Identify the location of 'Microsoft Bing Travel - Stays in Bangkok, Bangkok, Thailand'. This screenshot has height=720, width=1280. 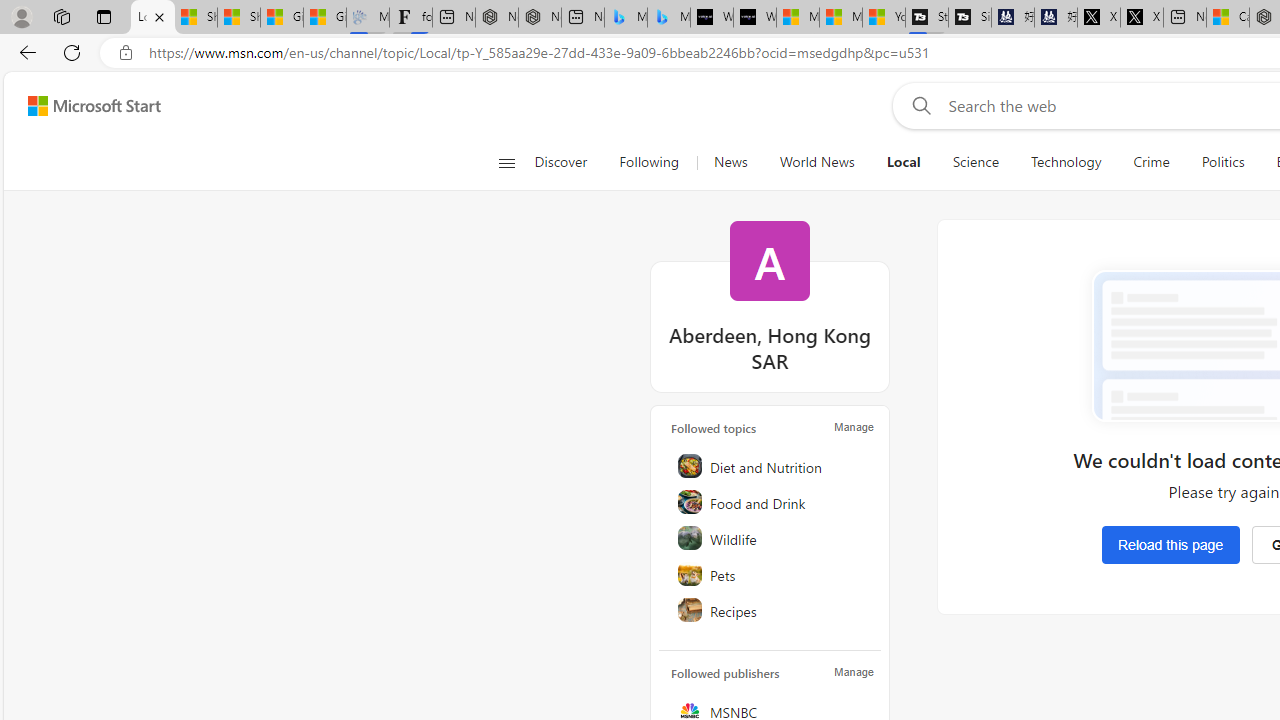
(624, 17).